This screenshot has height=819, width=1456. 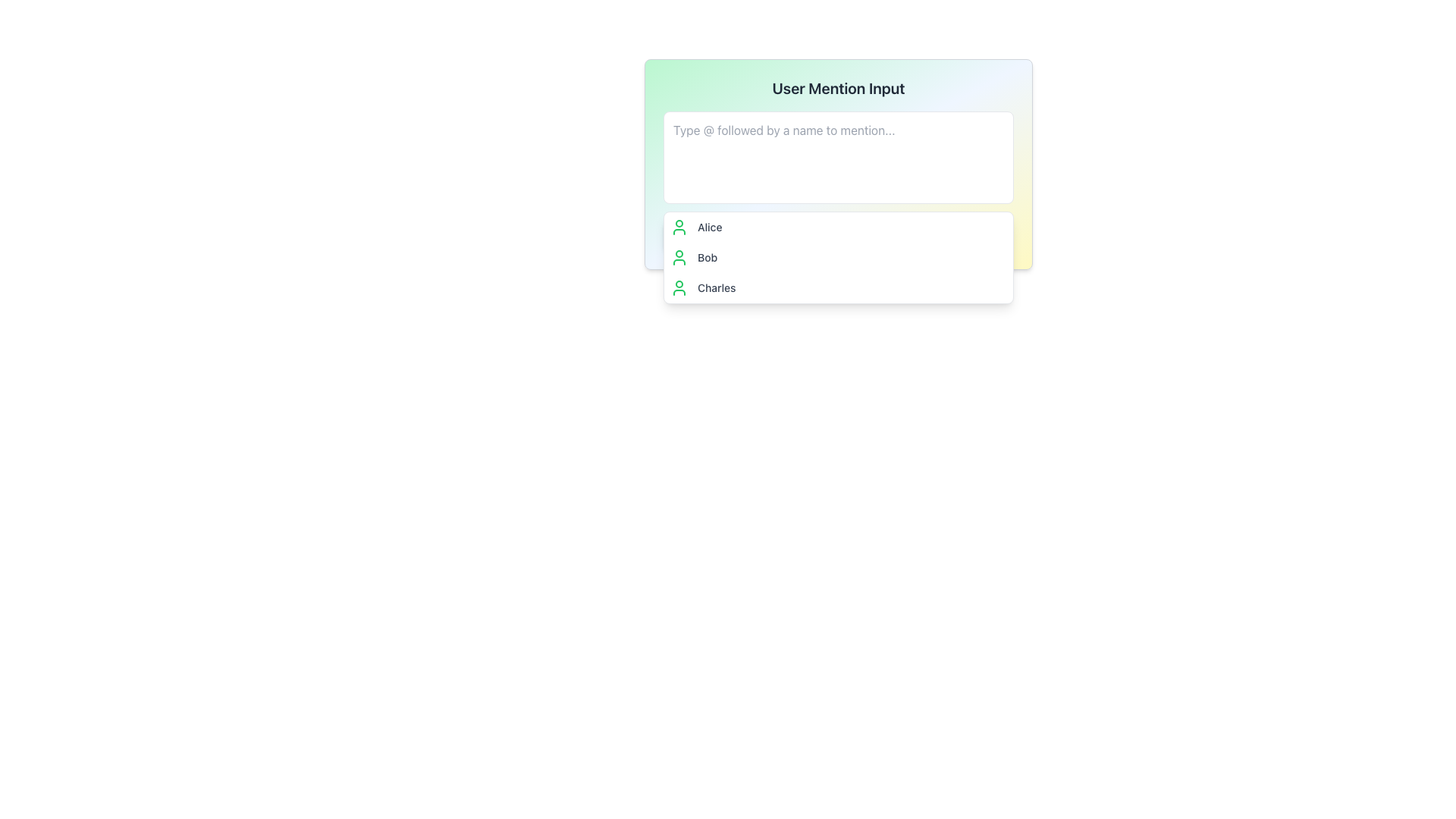 What do you see at coordinates (679, 227) in the screenshot?
I see `the user avatar icon styled as an outline of a person in green color, which is the first left-aligned icon in the list of user mentions next to the text 'Alice'` at bounding box center [679, 227].